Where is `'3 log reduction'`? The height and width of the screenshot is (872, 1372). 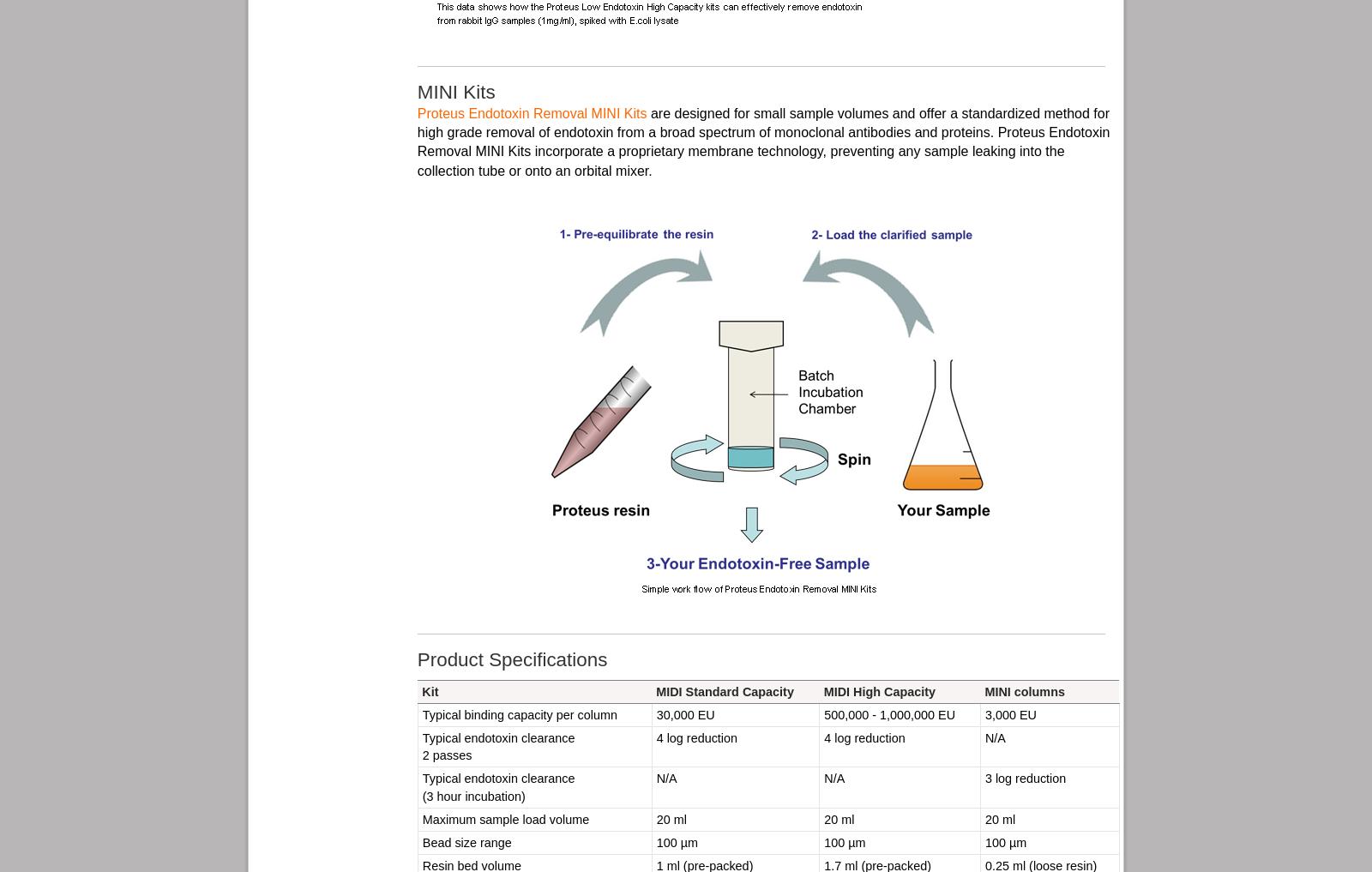
'3 log reduction' is located at coordinates (1025, 777).